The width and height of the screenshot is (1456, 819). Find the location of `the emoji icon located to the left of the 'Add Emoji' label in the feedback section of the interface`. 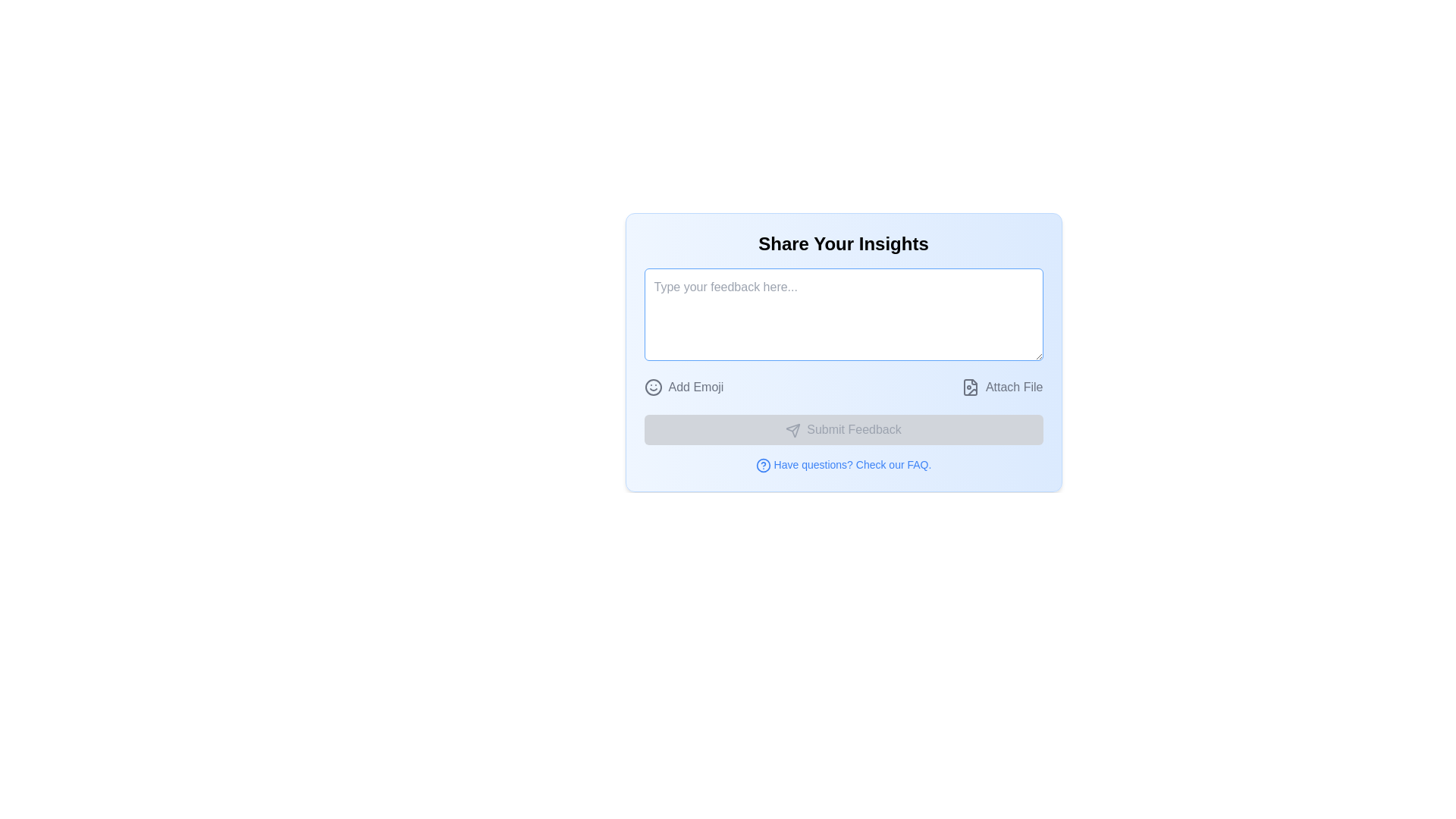

the emoji icon located to the left of the 'Add Emoji' label in the feedback section of the interface is located at coordinates (653, 386).